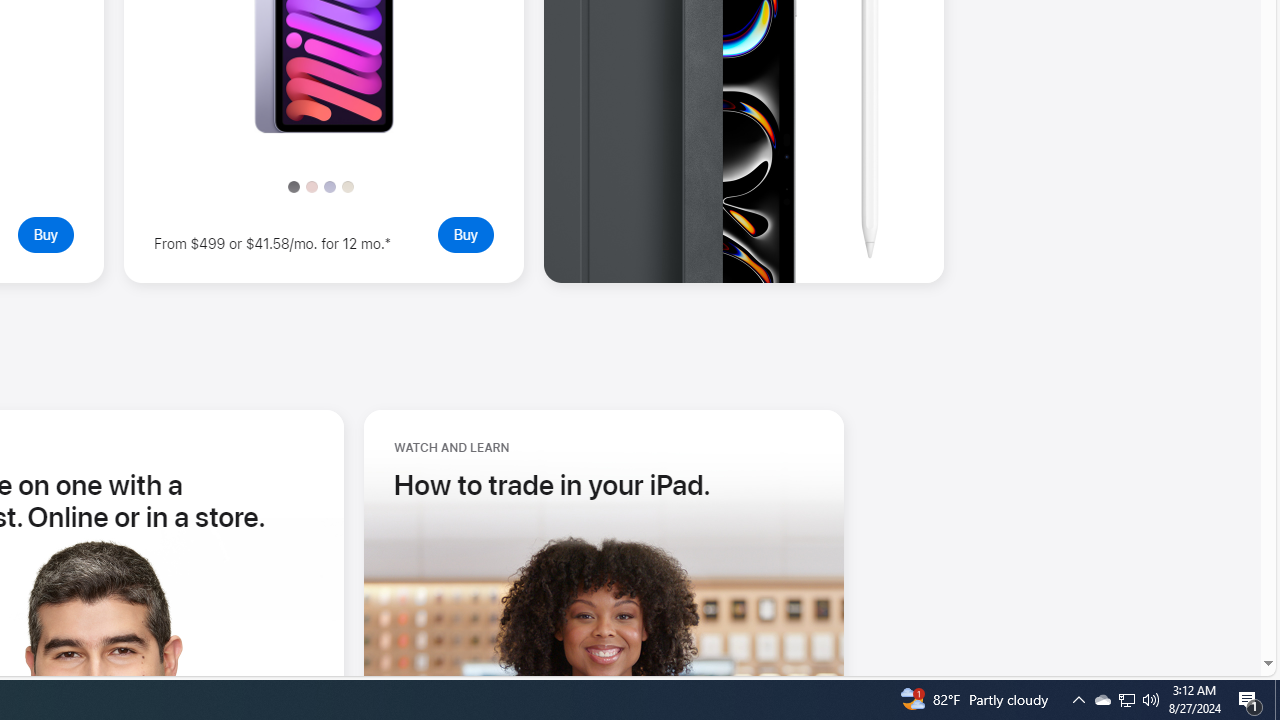  What do you see at coordinates (348, 186) in the screenshot?
I see `'Starlight'` at bounding box center [348, 186].